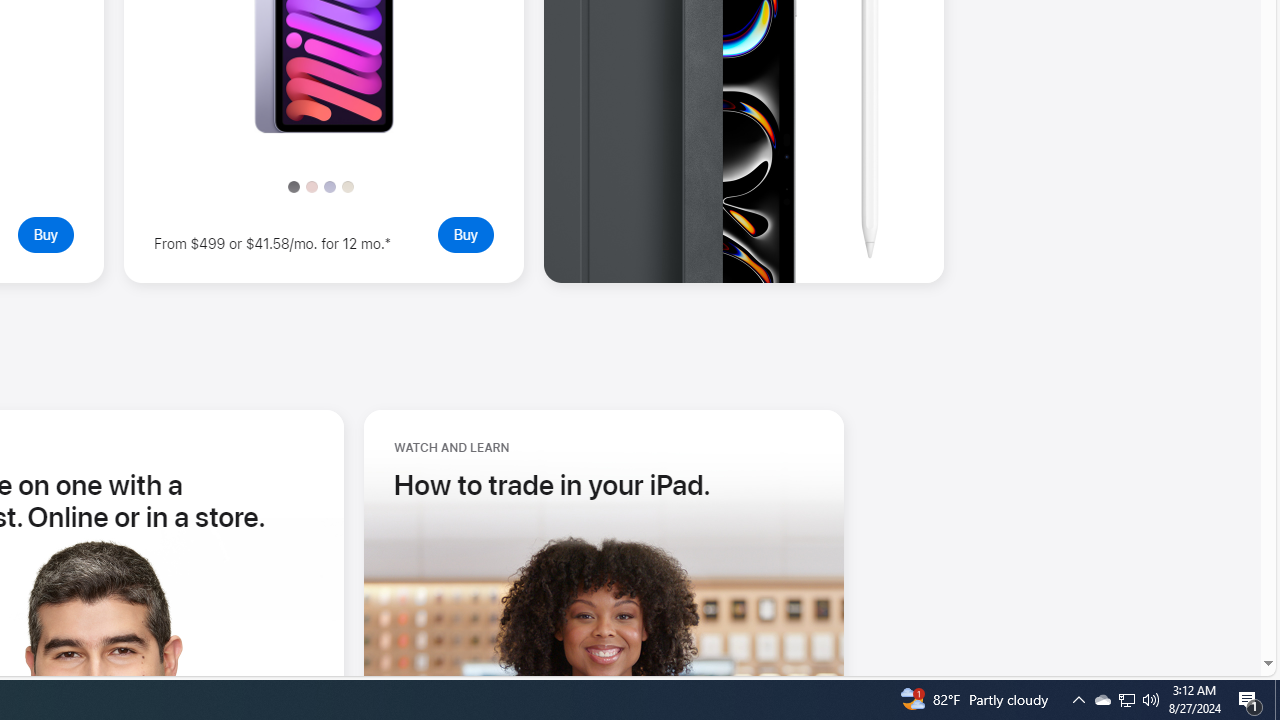  What do you see at coordinates (348, 186) in the screenshot?
I see `'Starlight'` at bounding box center [348, 186].